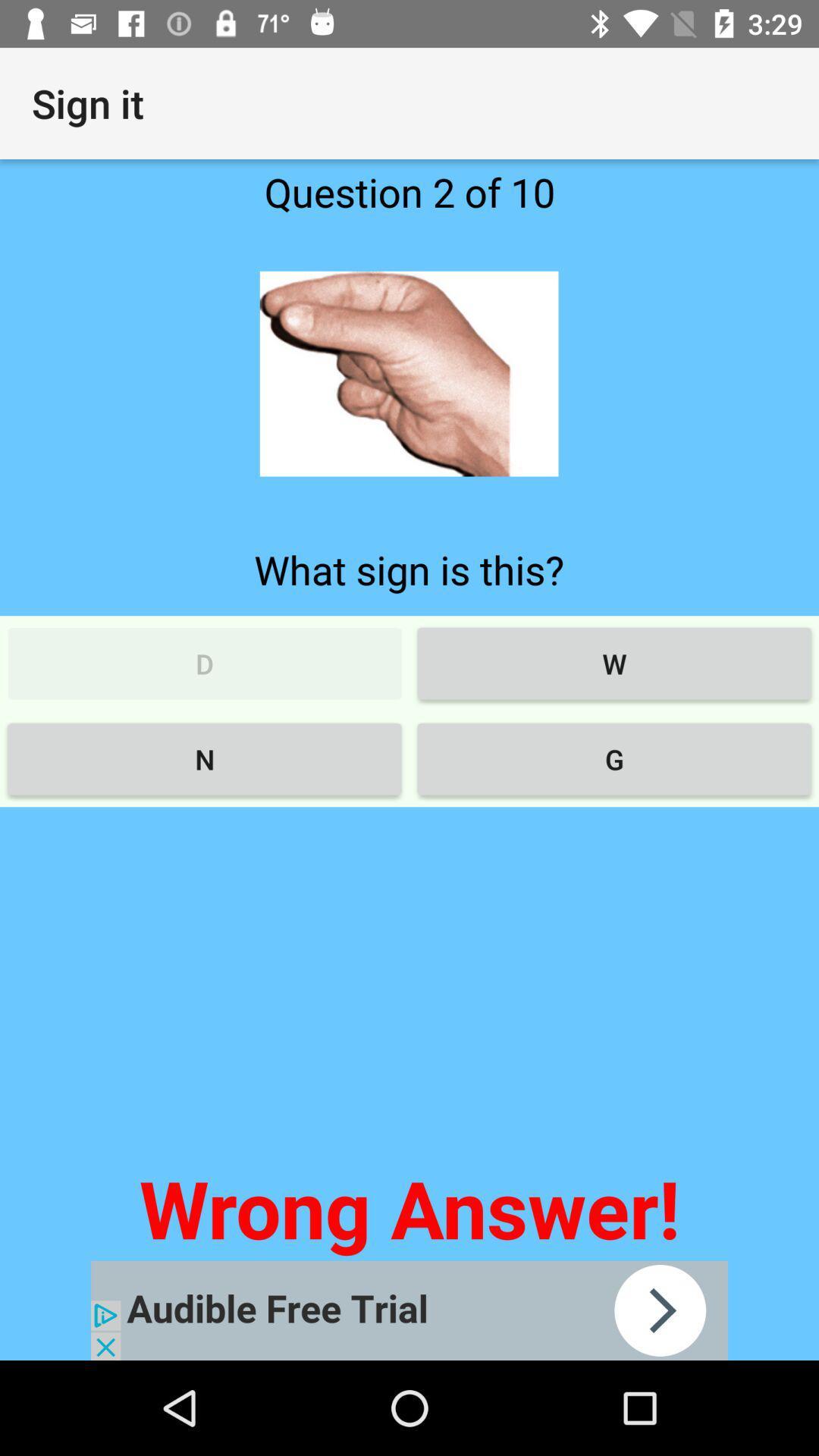 This screenshot has width=819, height=1456. What do you see at coordinates (409, 1310) in the screenshot?
I see `advertisement` at bounding box center [409, 1310].